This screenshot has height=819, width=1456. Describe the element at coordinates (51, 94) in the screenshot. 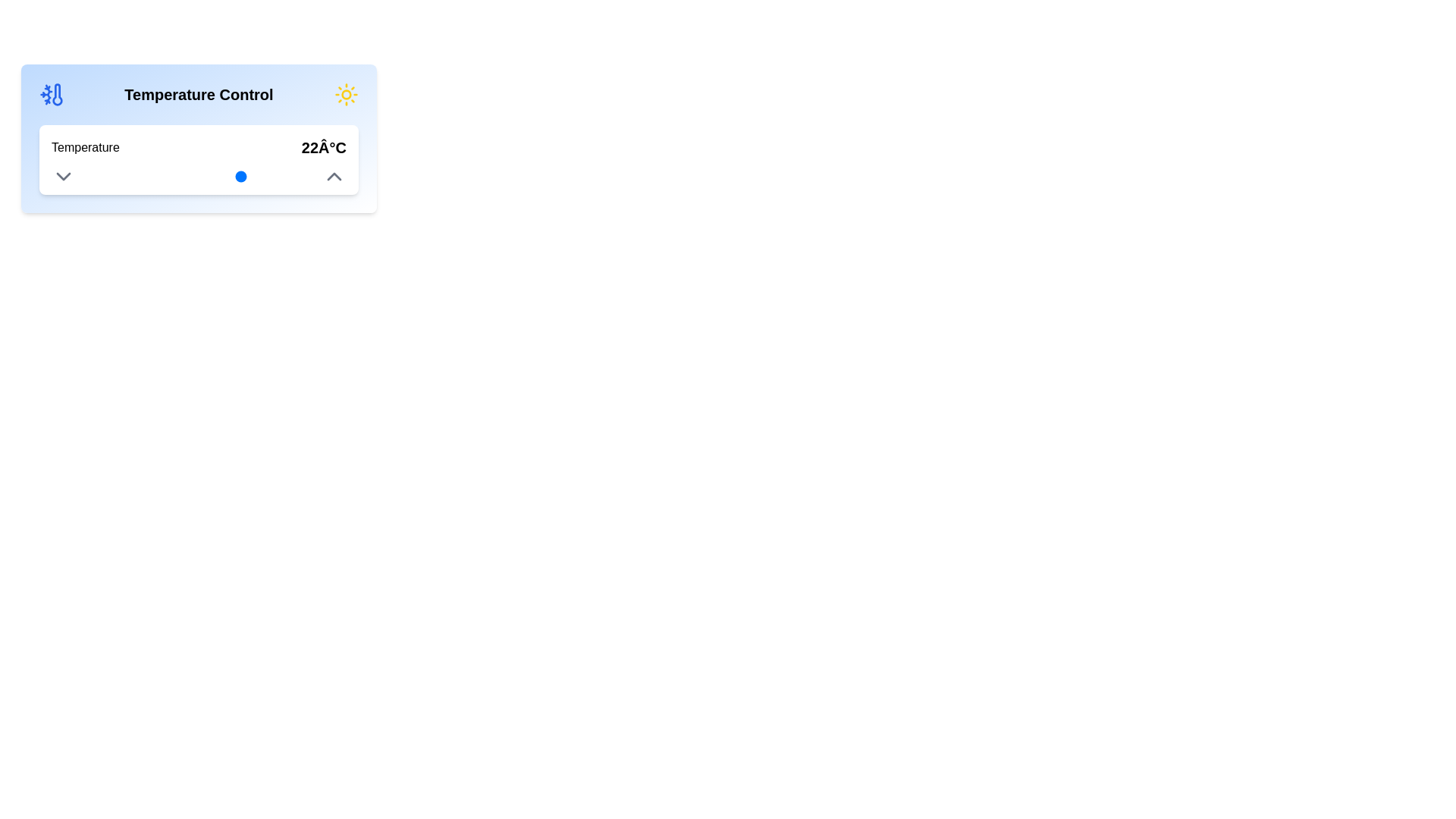

I see `the cooling temperature icon located in the 'Temperature Control' section, adjacent to the label 'Temperature Control'` at that location.